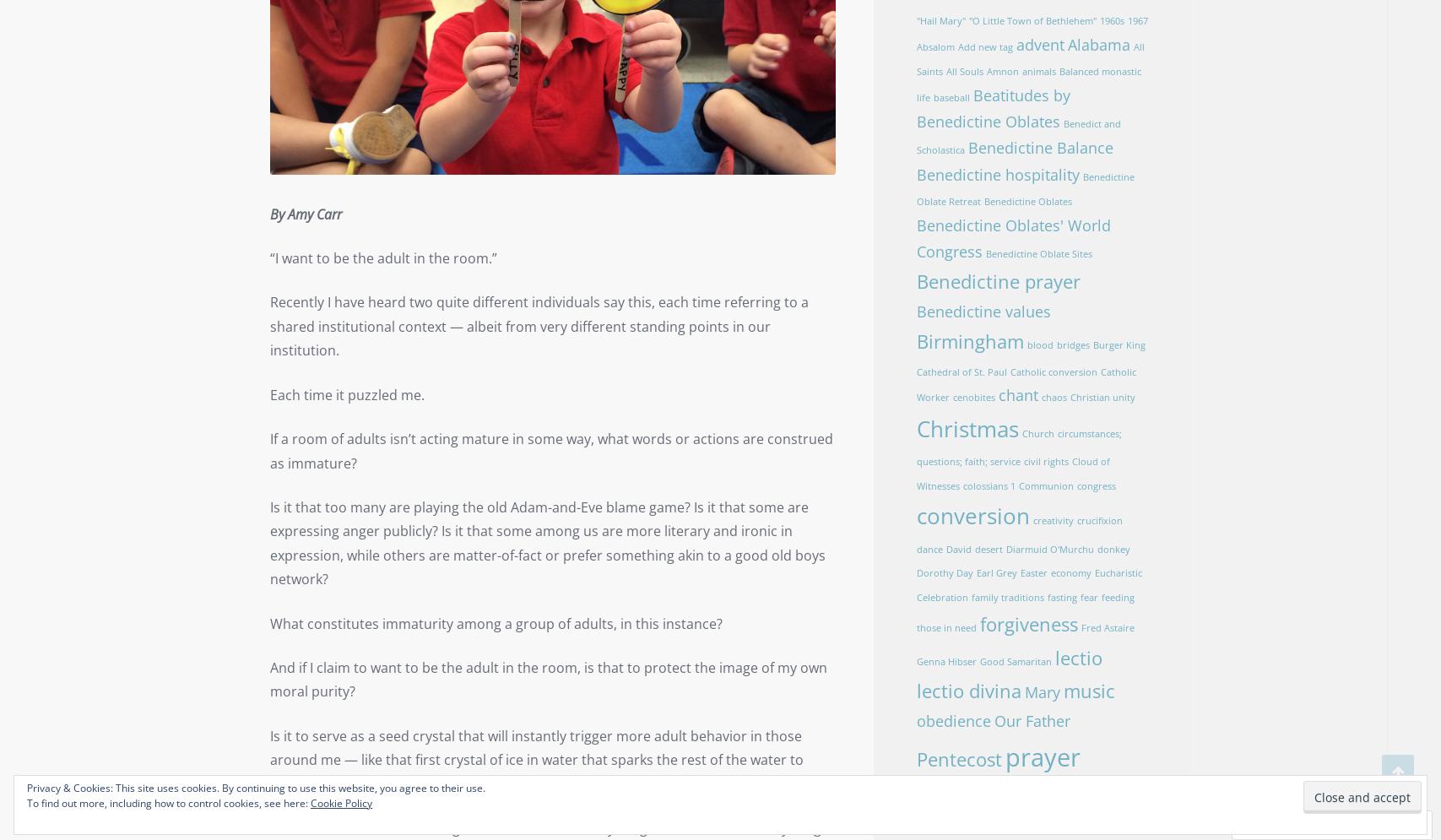  Describe the element at coordinates (1012, 236) in the screenshot. I see `'Benedictine Oblates' World Congress'` at that location.